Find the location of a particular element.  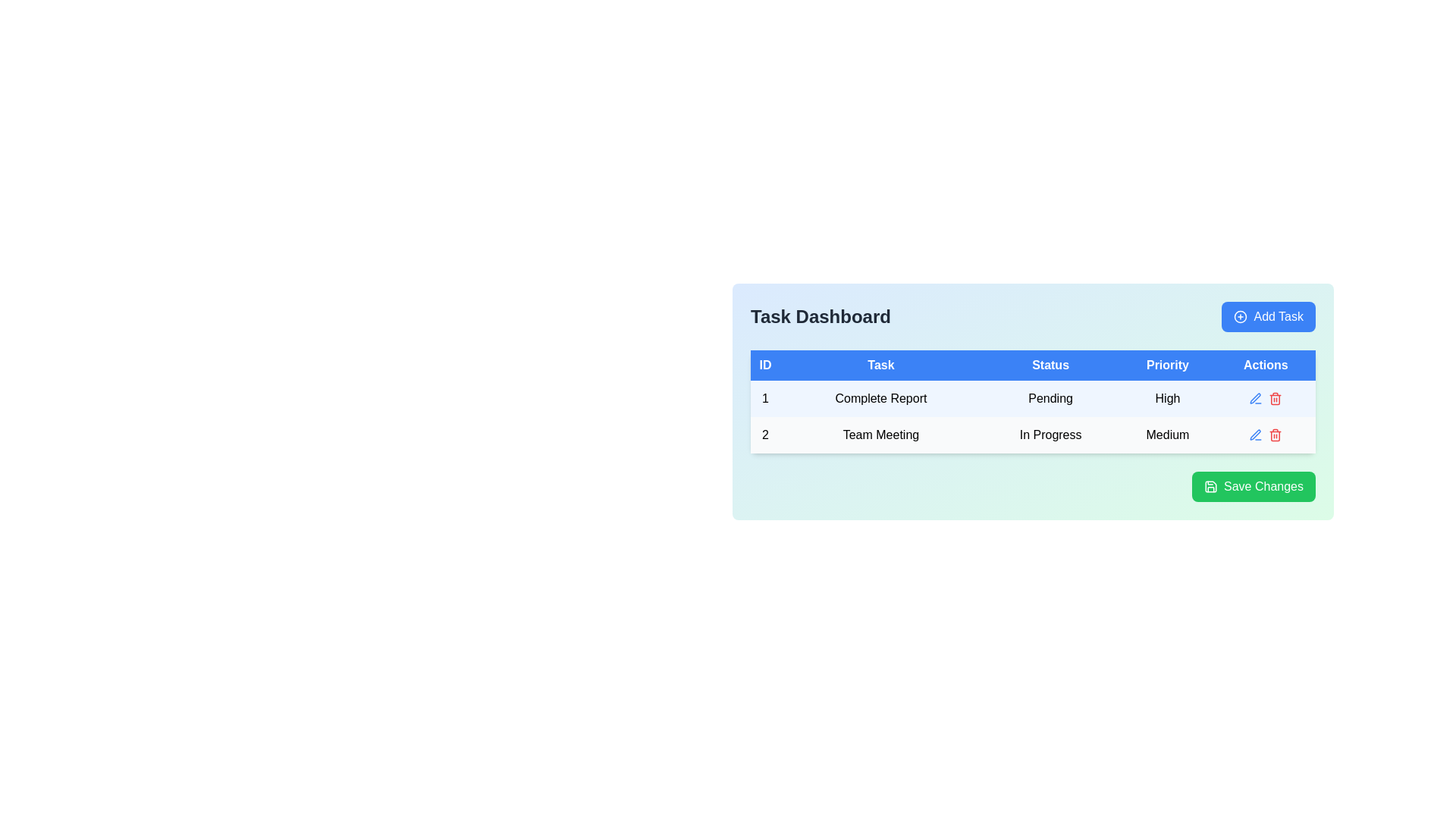

the 'Priority' column header in the table is located at coordinates (1167, 366).